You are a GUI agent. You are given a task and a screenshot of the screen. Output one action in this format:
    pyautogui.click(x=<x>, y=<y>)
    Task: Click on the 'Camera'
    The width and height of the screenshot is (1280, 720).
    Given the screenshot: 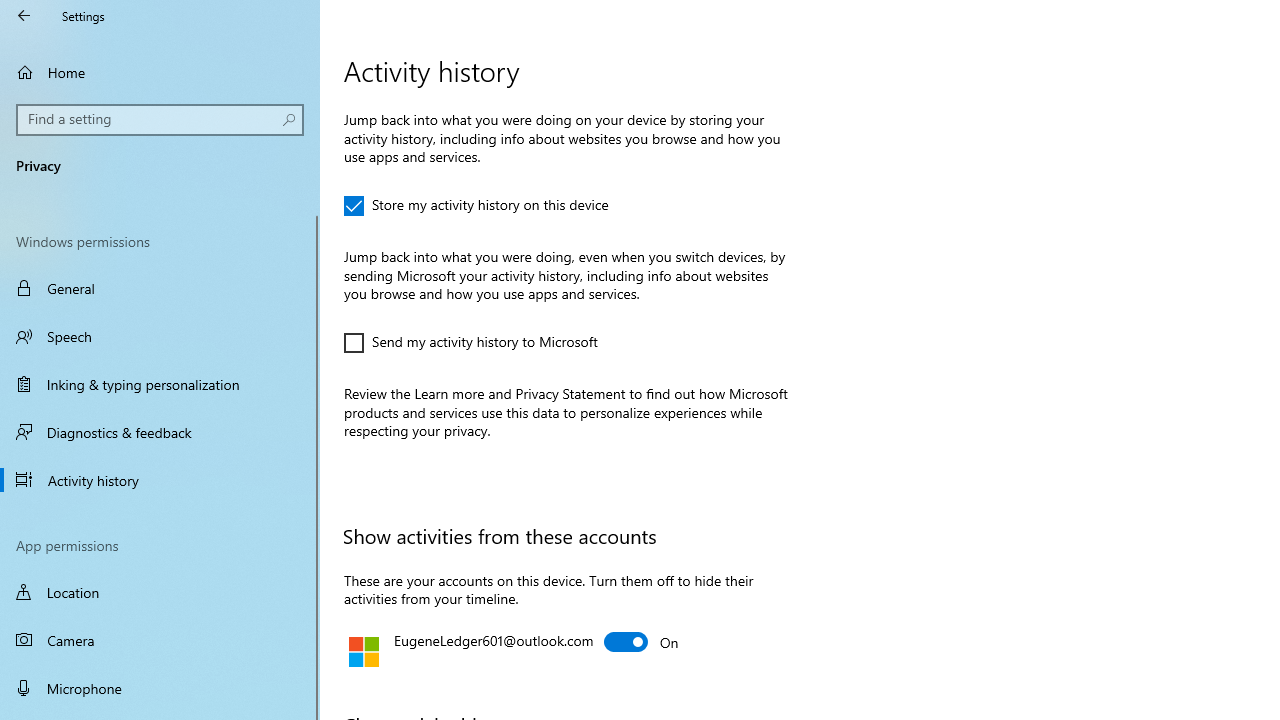 What is the action you would take?
    pyautogui.click(x=160, y=640)
    